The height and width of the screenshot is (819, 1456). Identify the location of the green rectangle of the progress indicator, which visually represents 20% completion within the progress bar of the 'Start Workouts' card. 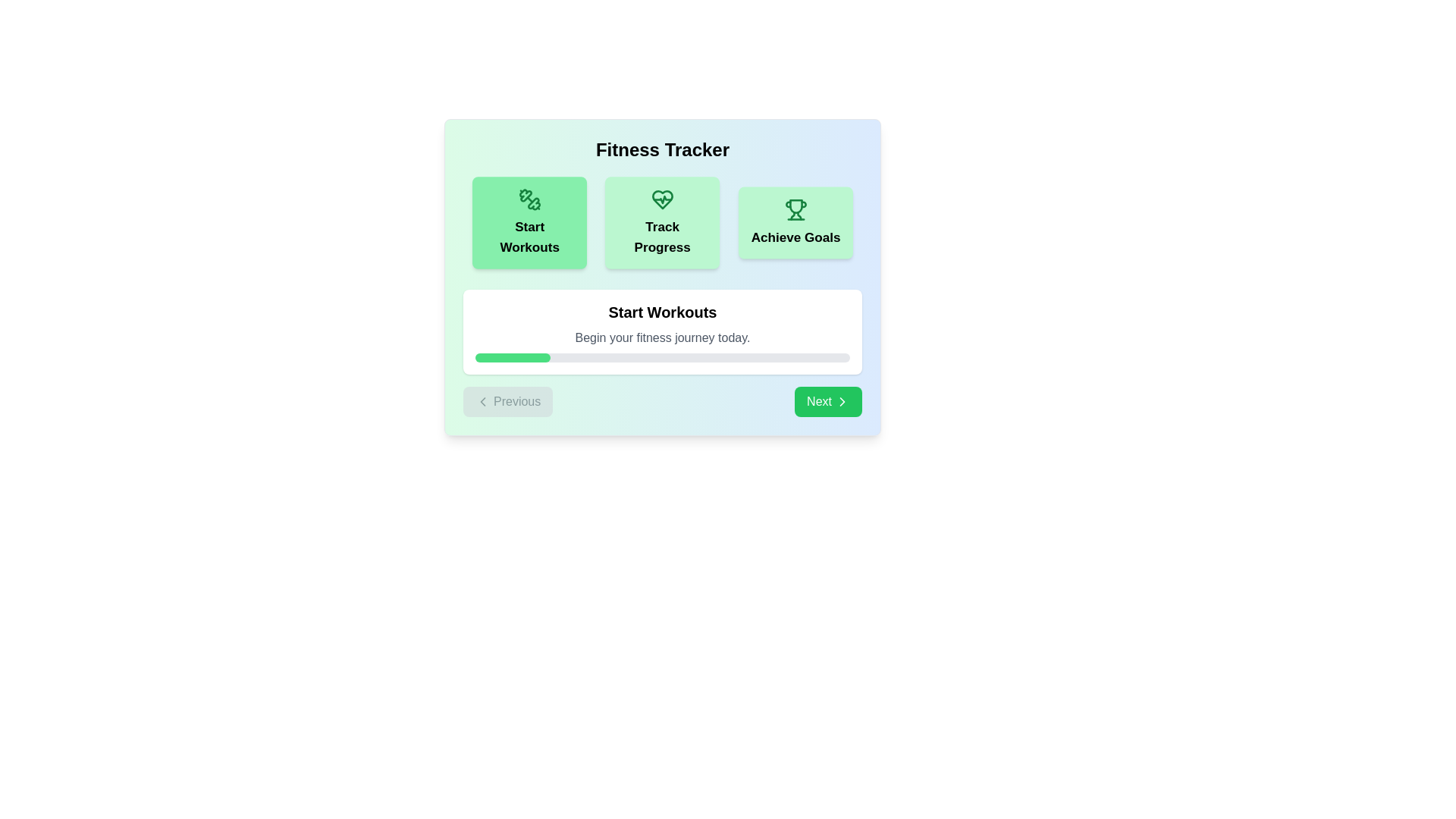
(513, 357).